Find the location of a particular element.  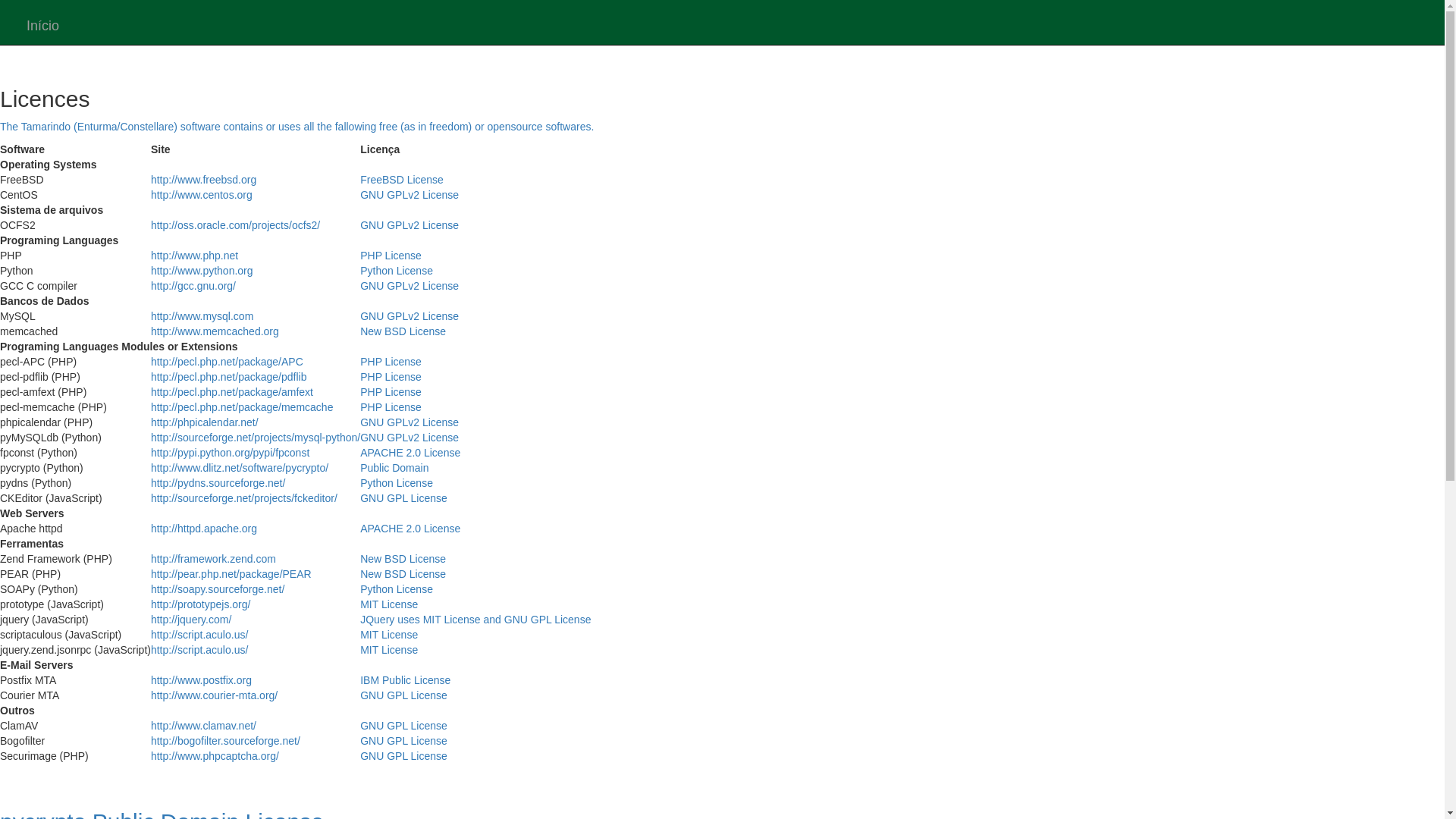

'http://phpicalendar.net/' is located at coordinates (203, 422).